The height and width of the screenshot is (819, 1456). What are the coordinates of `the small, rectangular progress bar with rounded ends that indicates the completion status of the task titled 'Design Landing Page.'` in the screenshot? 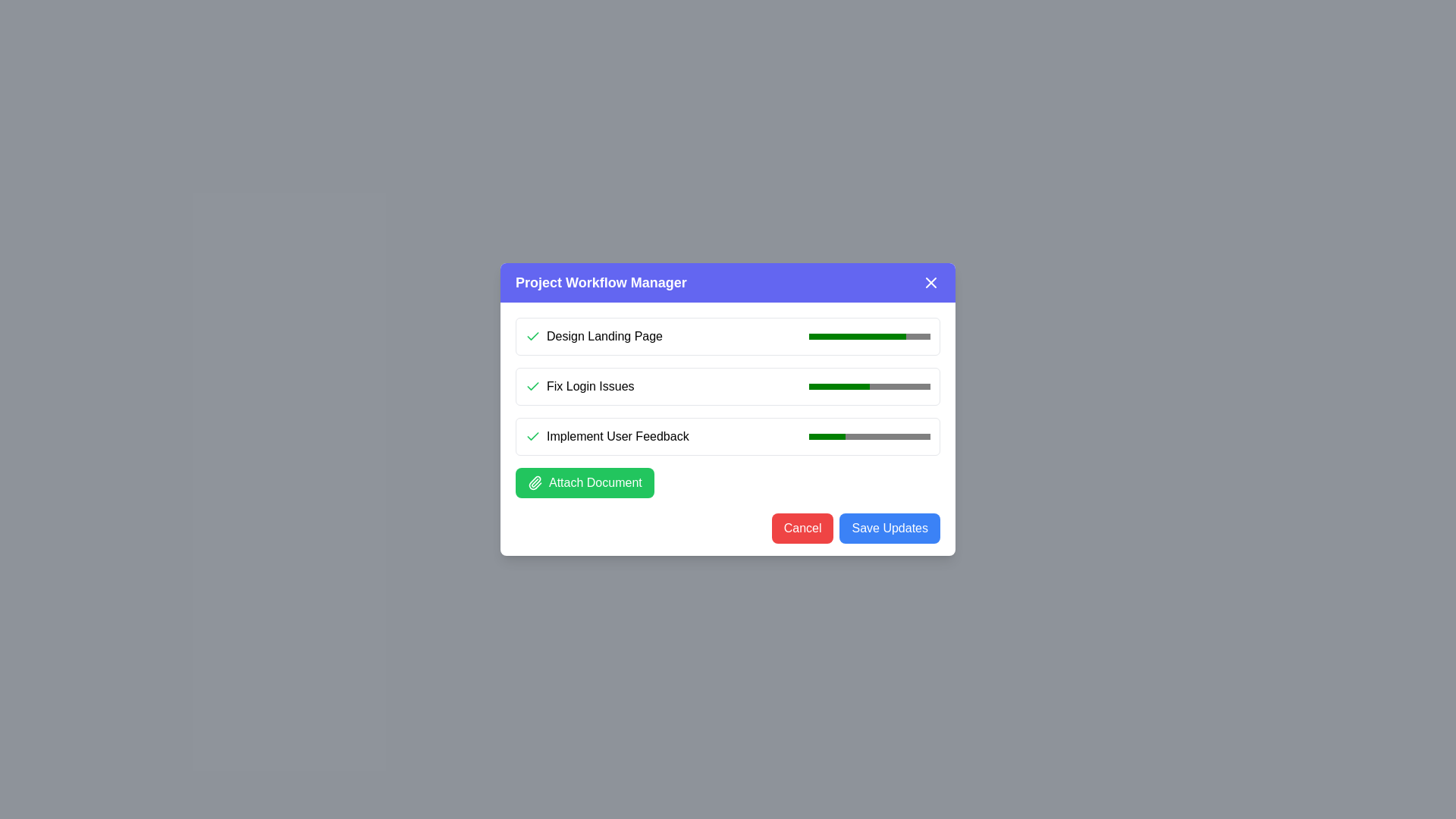 It's located at (870, 335).